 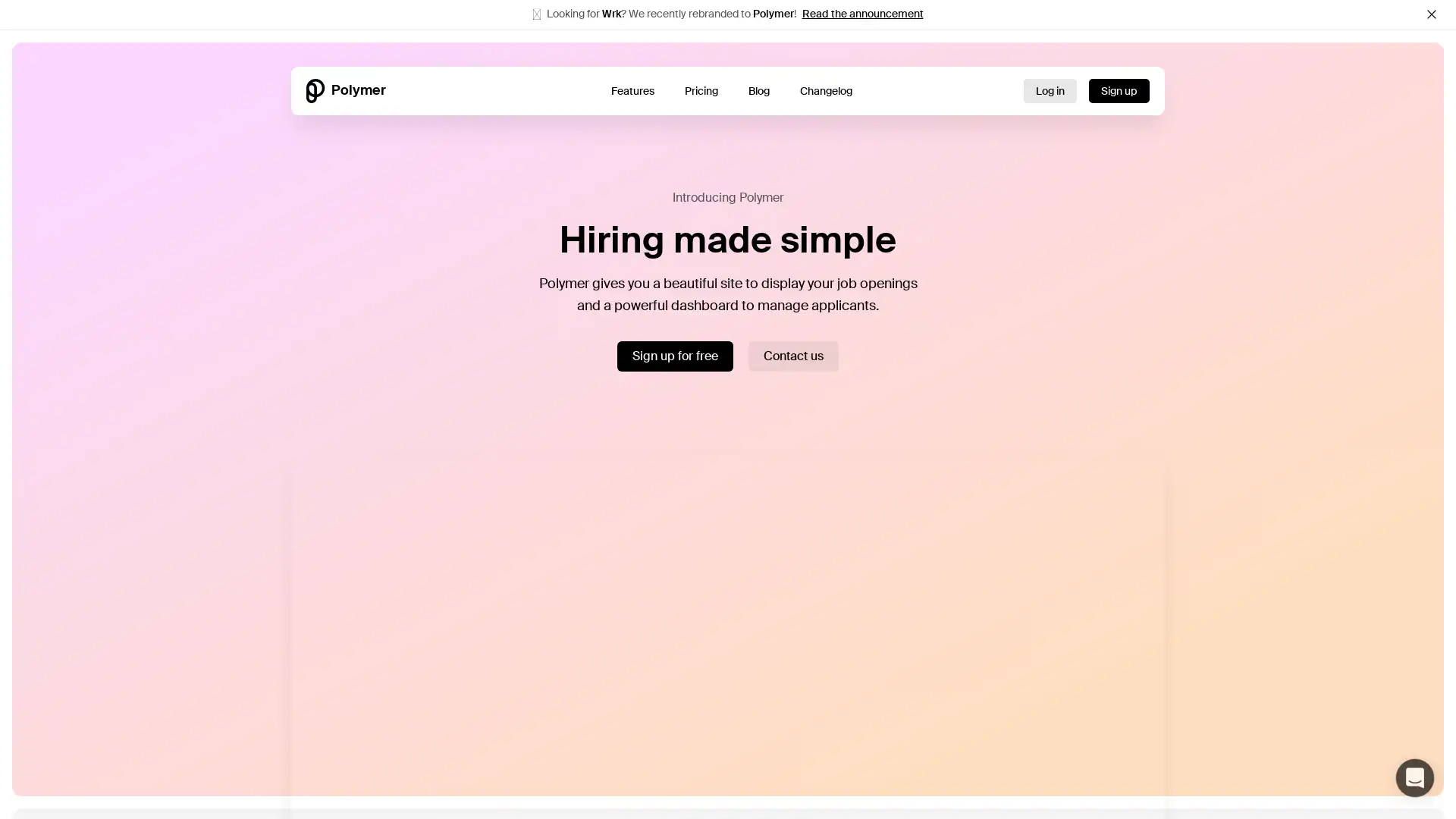 I want to click on Open Intercom Messenger, so click(x=1414, y=778).